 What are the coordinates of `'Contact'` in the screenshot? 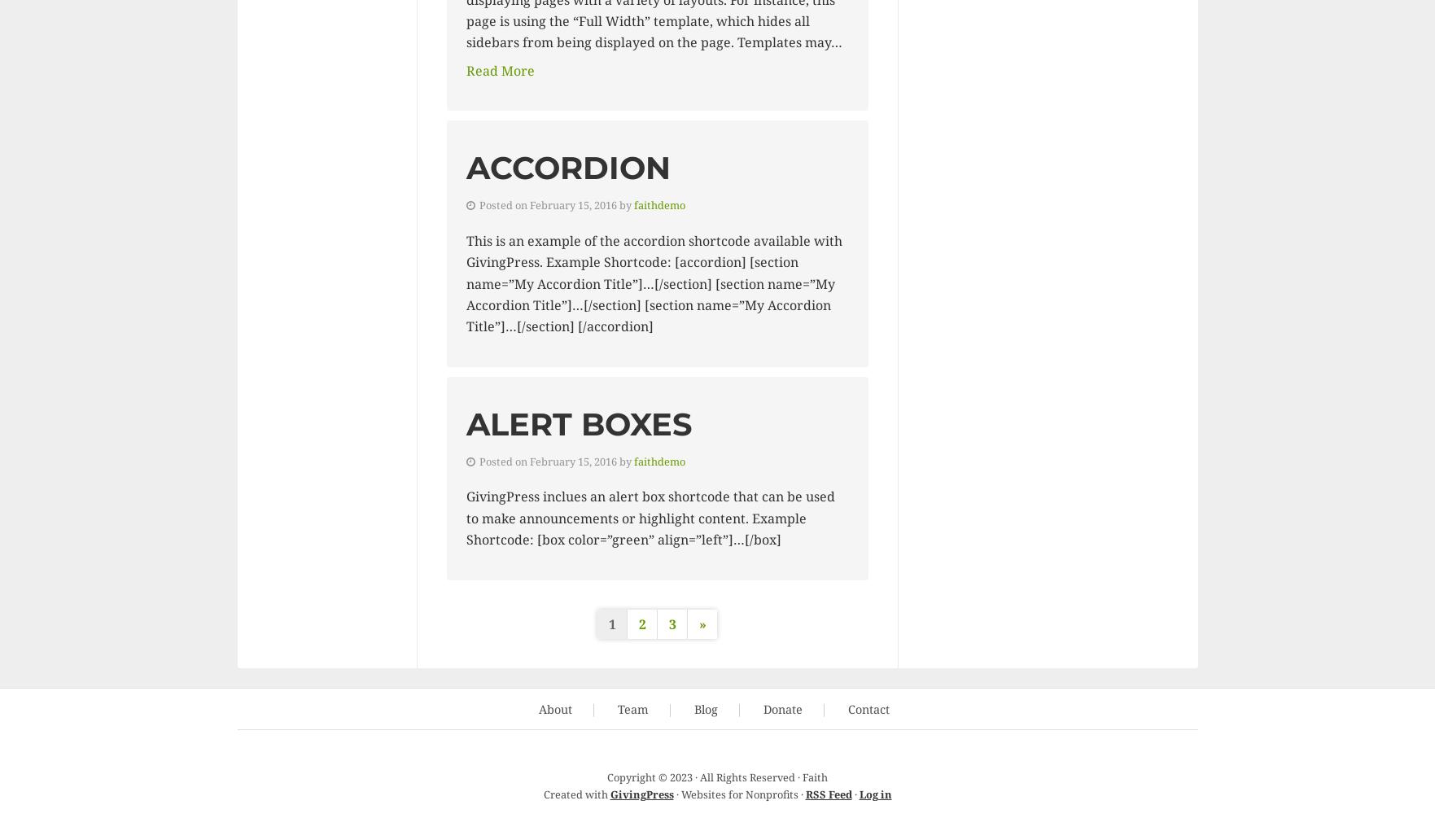 It's located at (868, 708).